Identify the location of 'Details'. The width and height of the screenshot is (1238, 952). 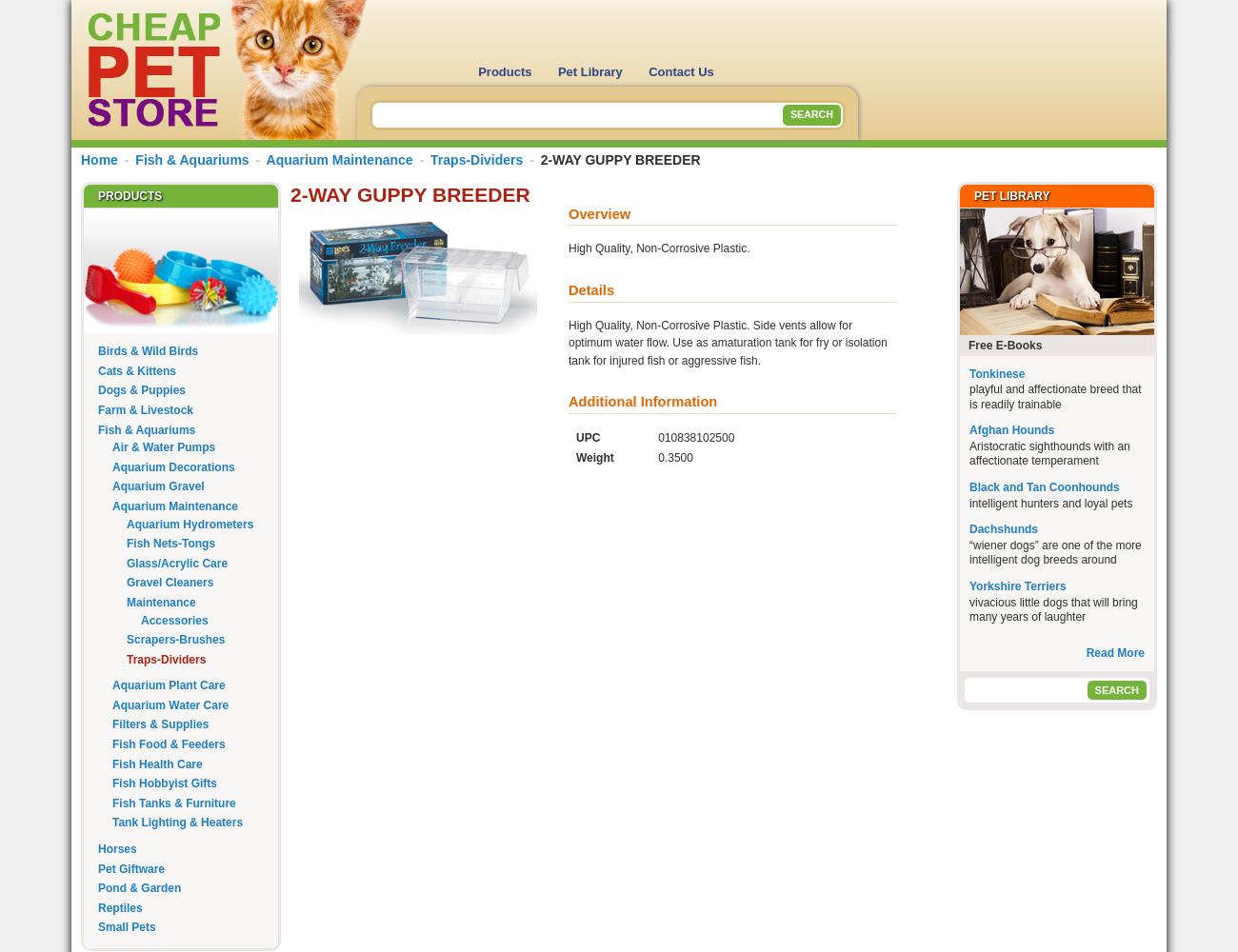
(567, 289).